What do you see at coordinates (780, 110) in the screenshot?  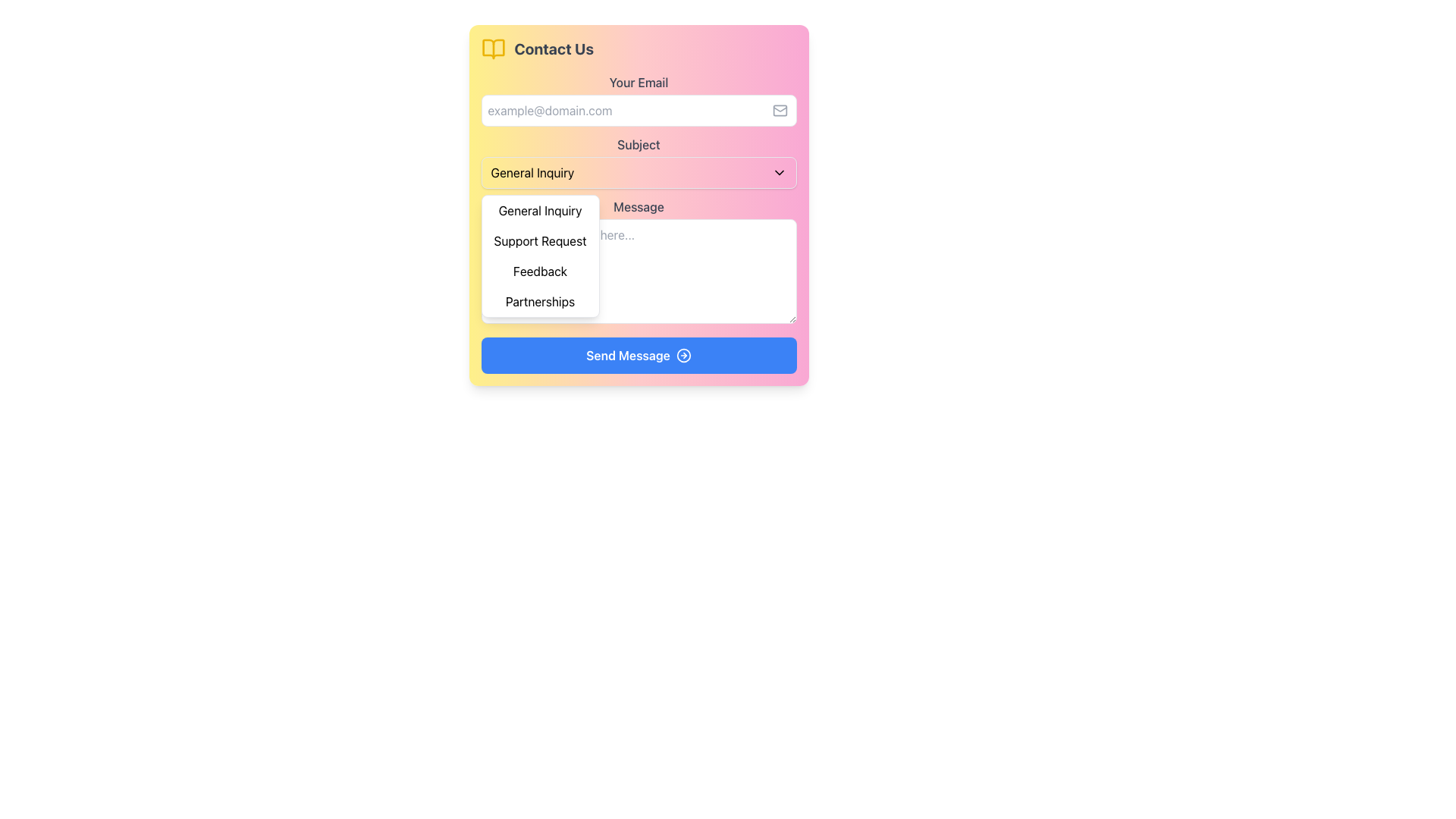 I see `the mail icon, which is a minimalist gray envelope` at bounding box center [780, 110].